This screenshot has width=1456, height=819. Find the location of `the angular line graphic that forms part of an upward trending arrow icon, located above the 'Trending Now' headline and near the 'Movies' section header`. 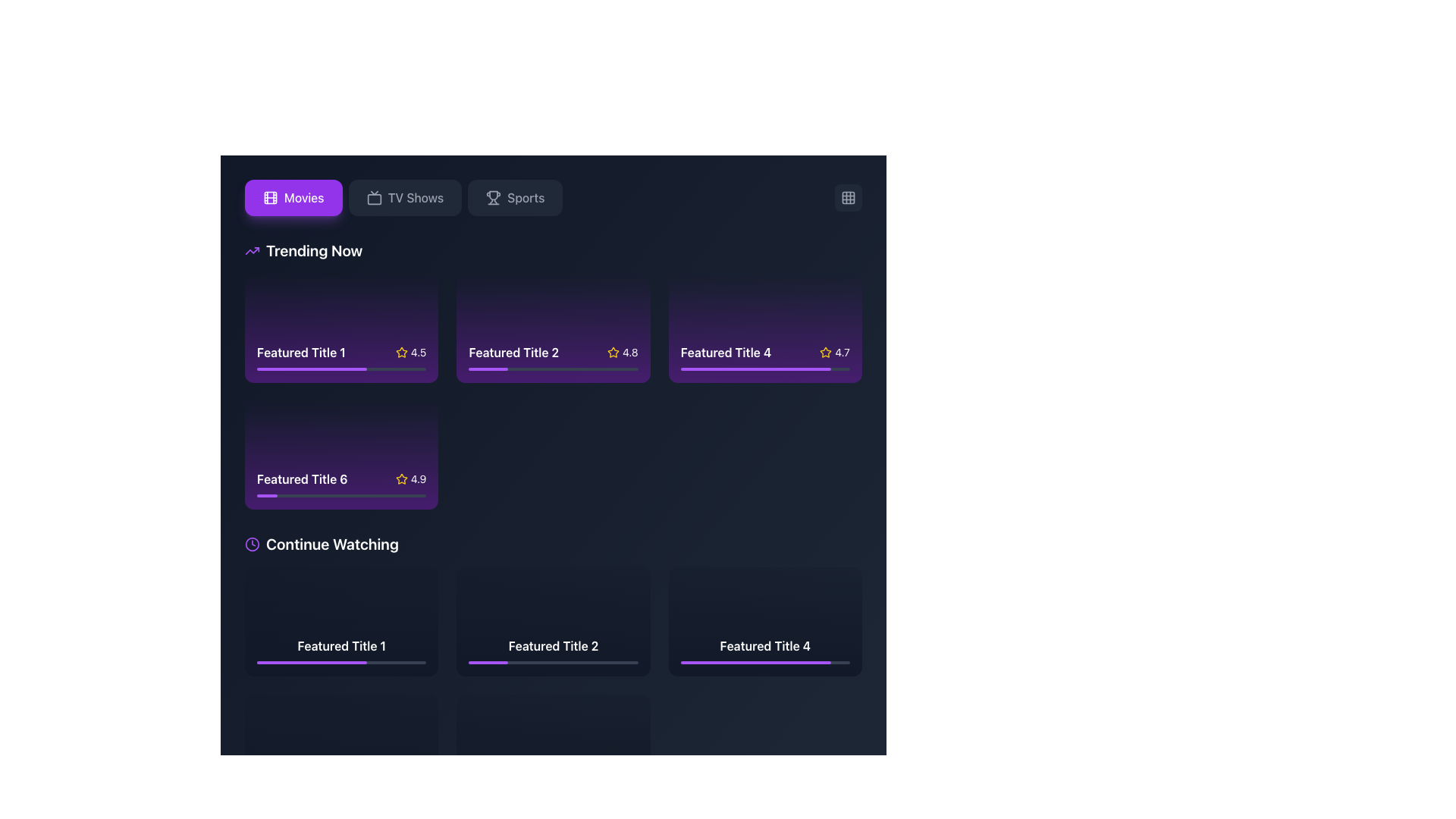

the angular line graphic that forms part of an upward trending arrow icon, located above the 'Trending Now' headline and near the 'Movies' section header is located at coordinates (252, 250).